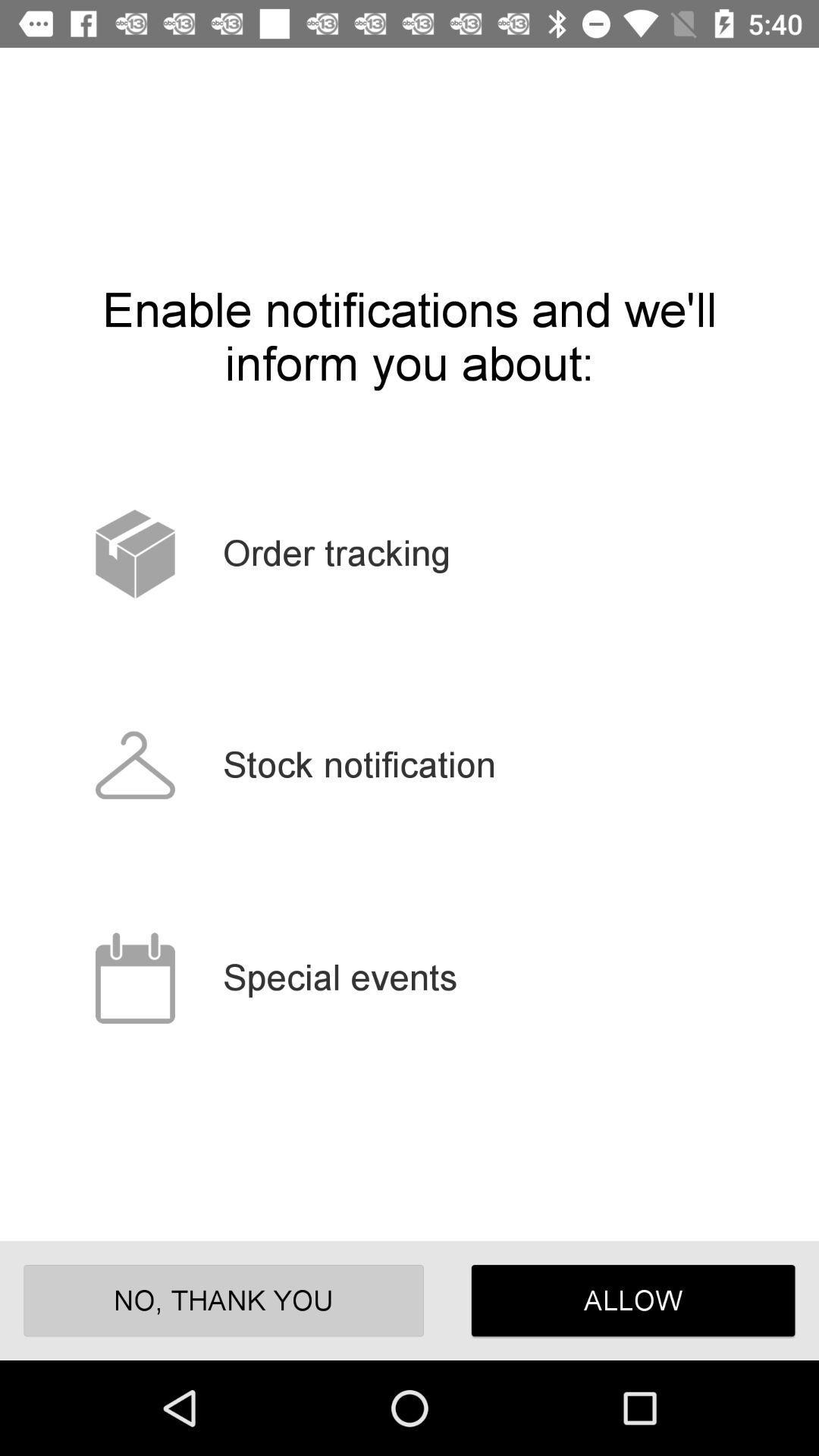 The height and width of the screenshot is (1456, 819). Describe the element at coordinates (224, 1300) in the screenshot. I see `the item to the left of the allow item` at that location.